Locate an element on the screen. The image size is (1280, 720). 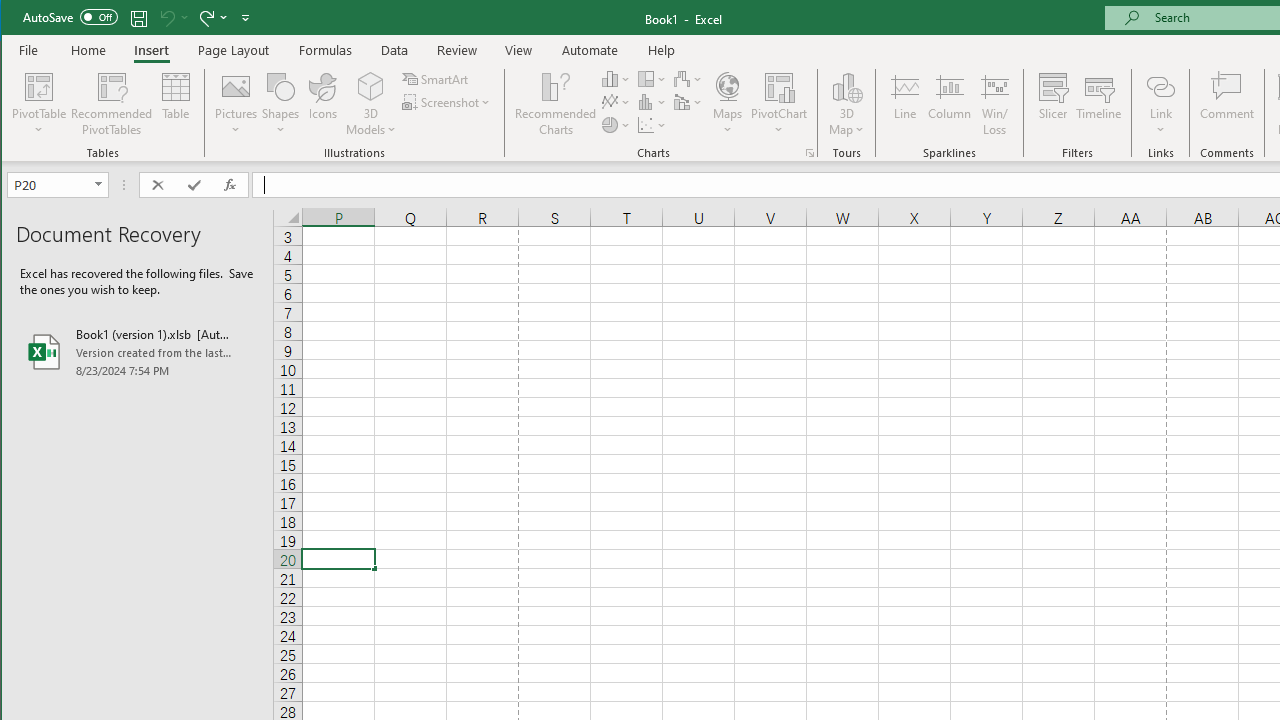
'Data' is located at coordinates (395, 49).